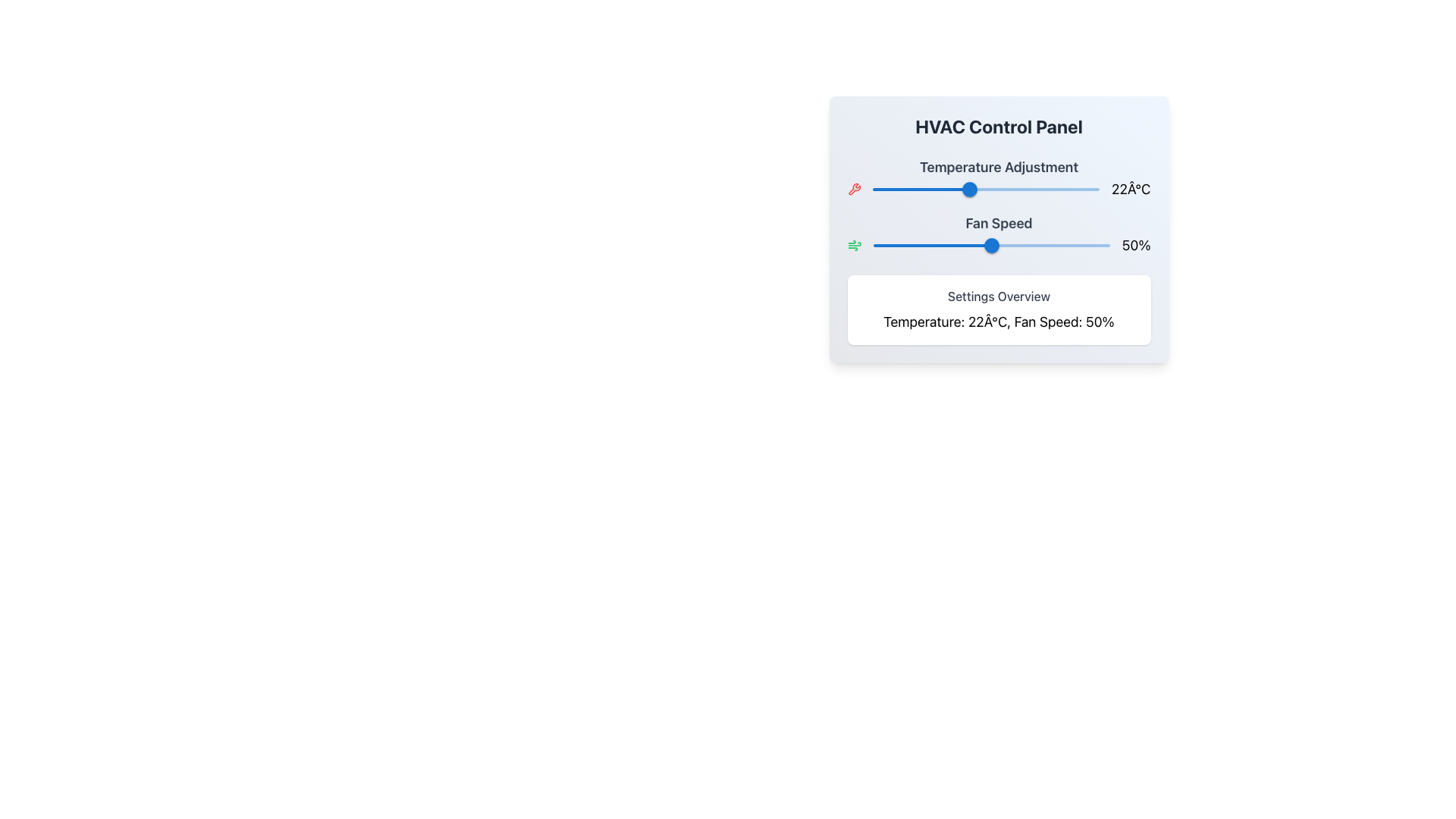 The height and width of the screenshot is (819, 1456). Describe the element at coordinates (999, 234) in the screenshot. I see `the fan speed control slider, which is labeled 'Fan Speed' and displays a current value of '50%'` at that location.